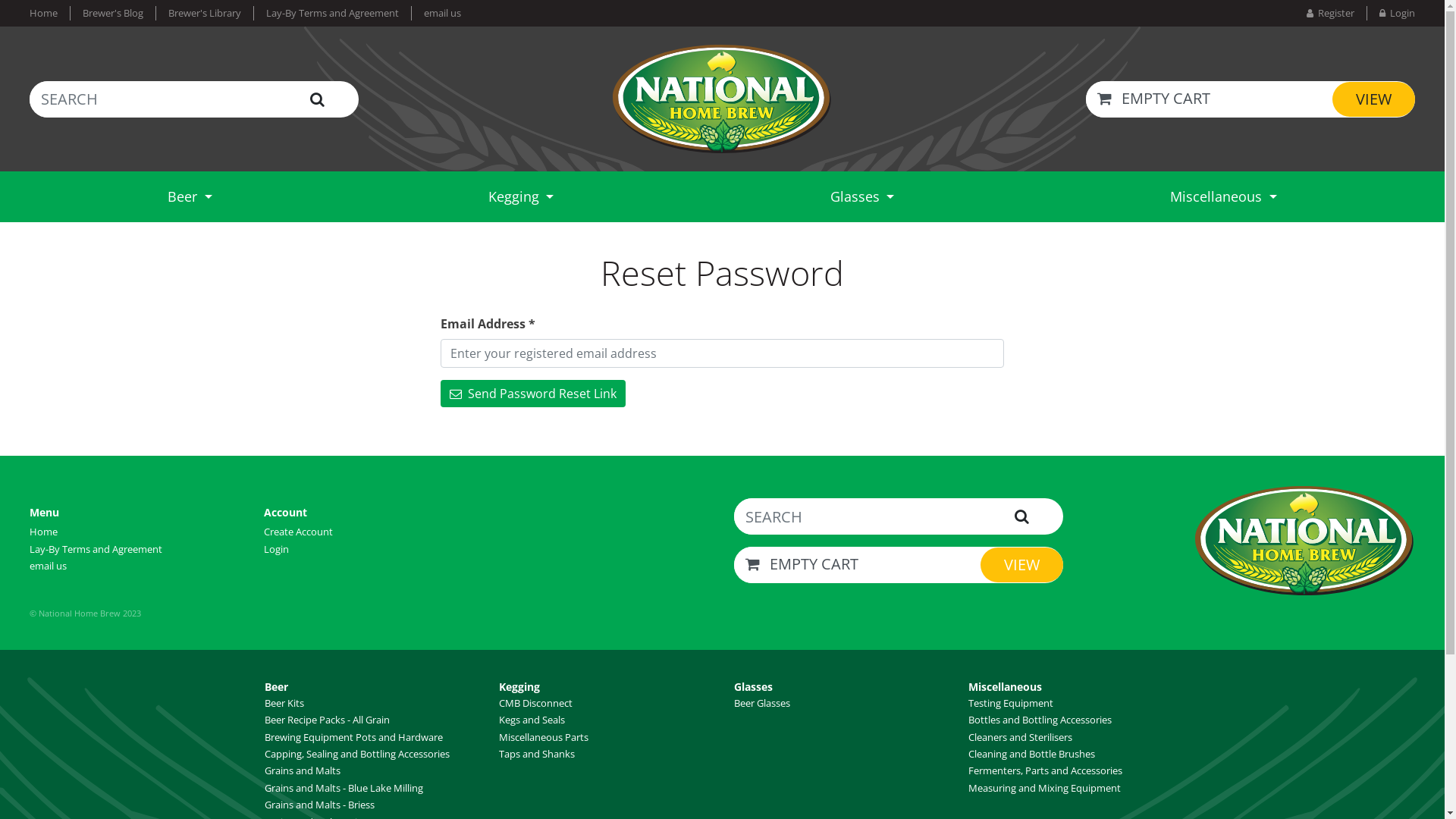 This screenshot has width=1456, height=819. Describe the element at coordinates (253, 13) in the screenshot. I see `'Lay-By Terms and Agreement'` at that location.